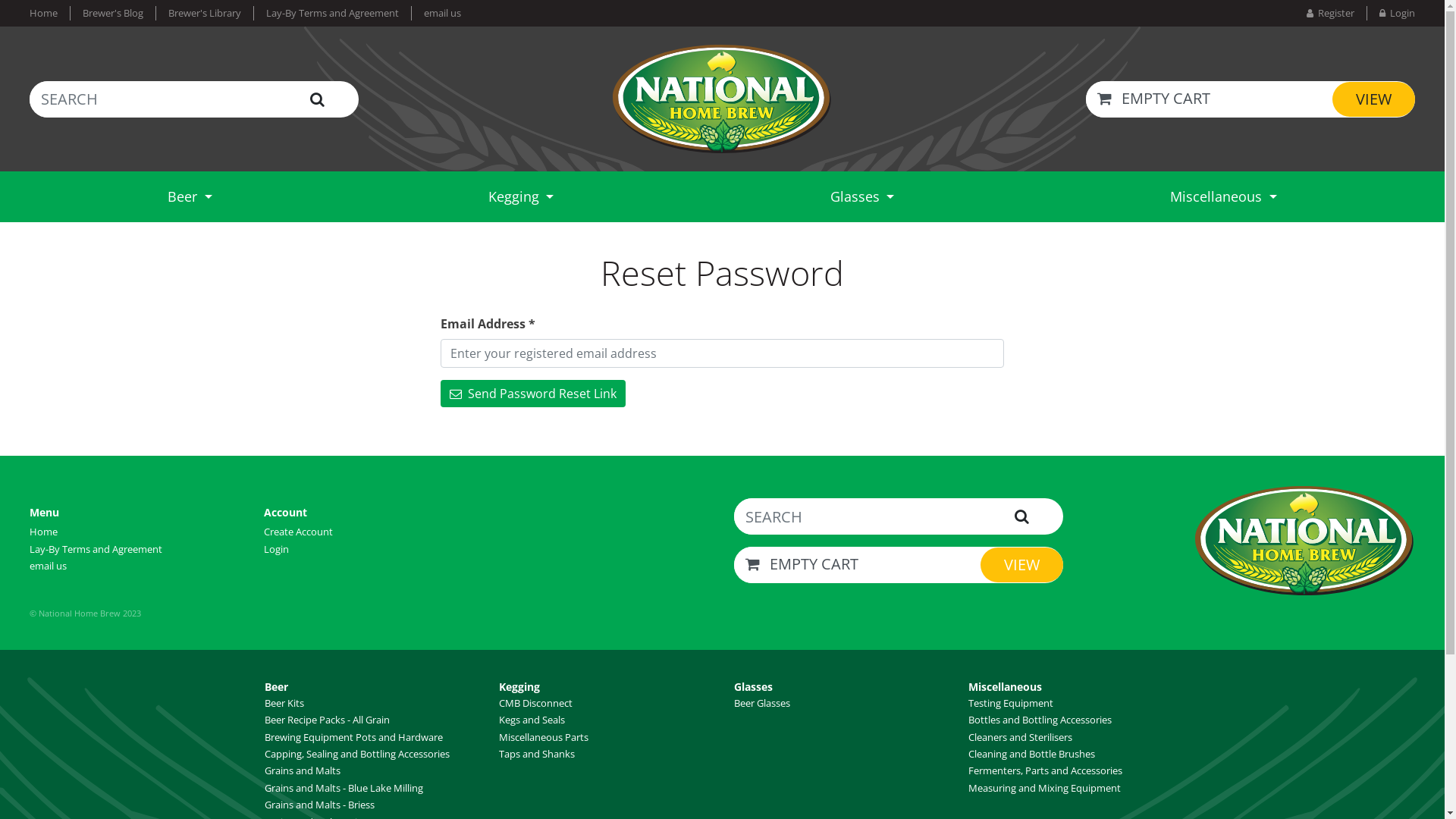 This screenshot has width=1456, height=819. Describe the element at coordinates (253, 13) in the screenshot. I see `'Lay-By Terms and Agreement'` at that location.